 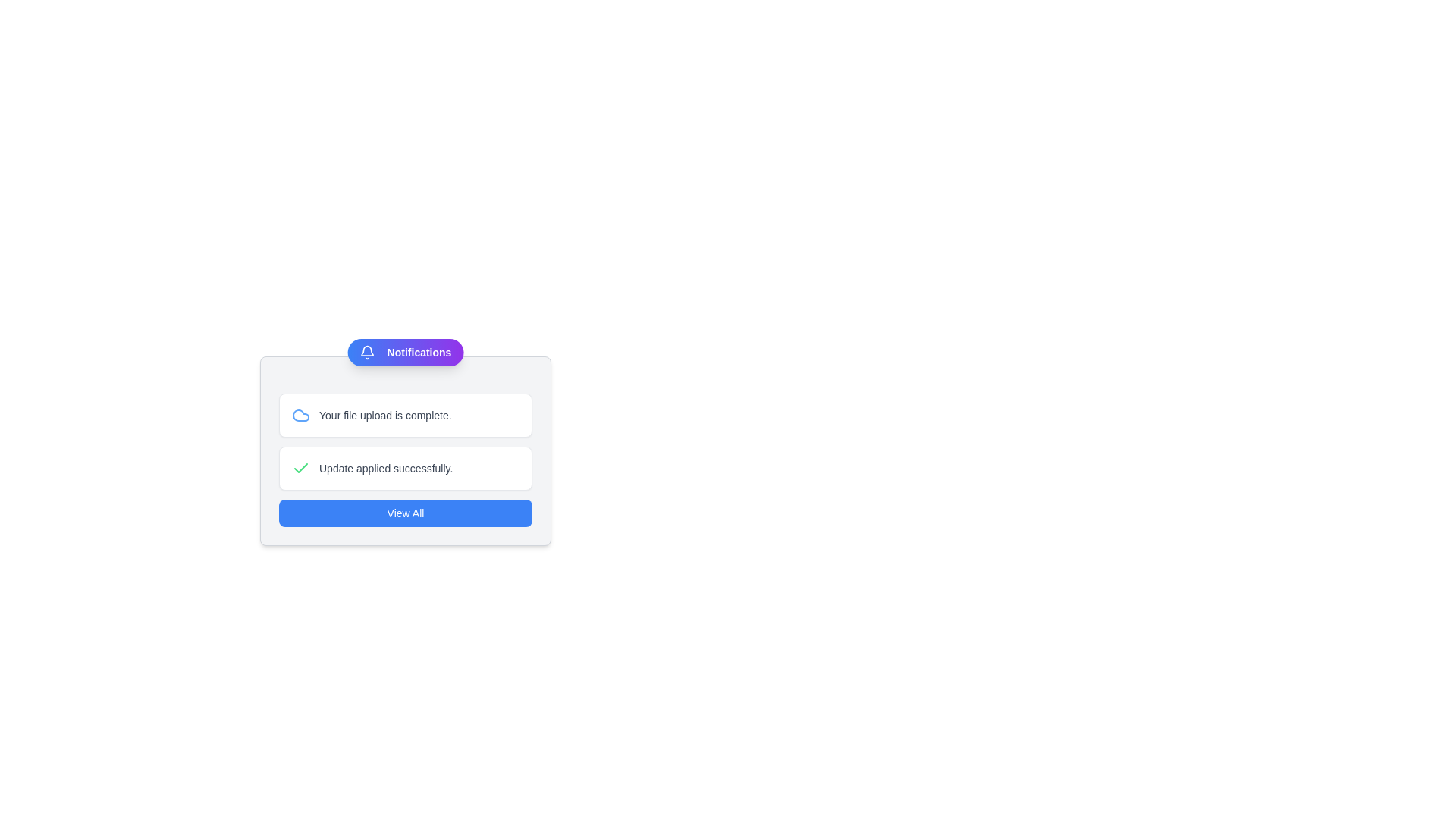 What do you see at coordinates (301, 415) in the screenshot?
I see `the blue cloud icon located in the notification header, which is centrally aligned above the notification messages` at bounding box center [301, 415].